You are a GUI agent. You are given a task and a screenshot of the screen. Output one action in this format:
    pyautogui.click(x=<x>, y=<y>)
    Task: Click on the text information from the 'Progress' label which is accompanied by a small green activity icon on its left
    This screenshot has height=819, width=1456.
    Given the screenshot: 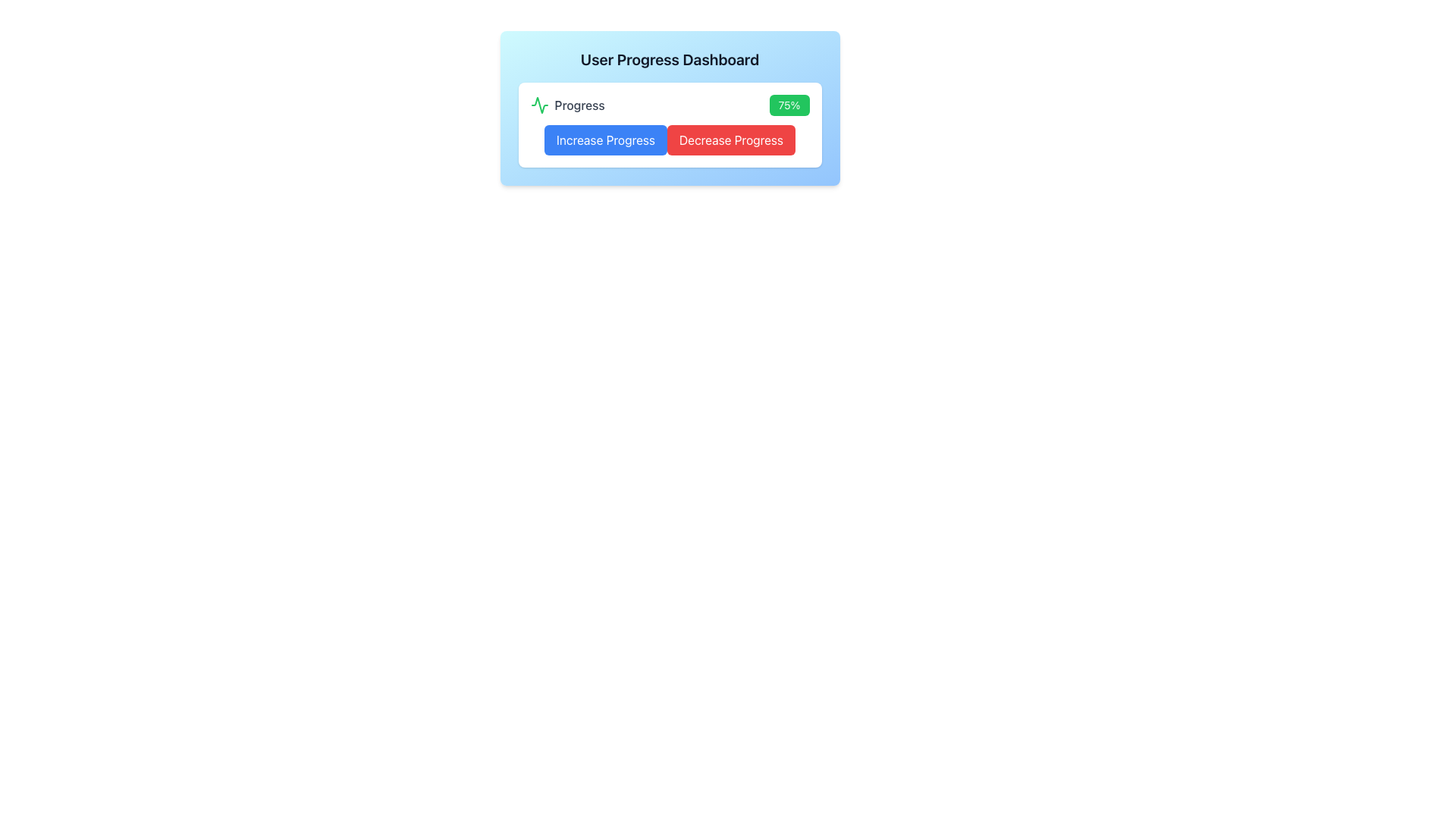 What is the action you would take?
    pyautogui.click(x=566, y=104)
    